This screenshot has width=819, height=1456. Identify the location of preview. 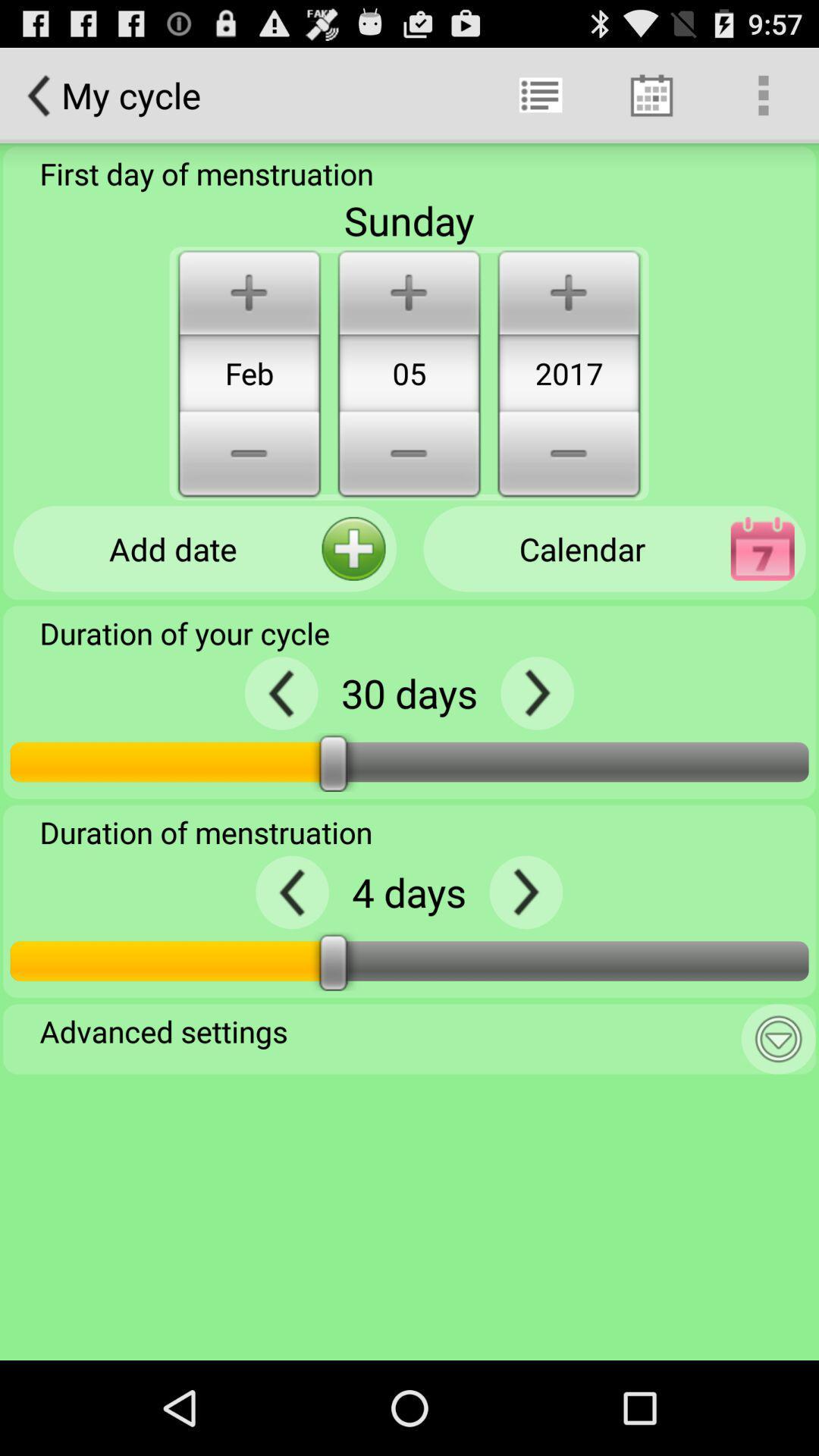
(281, 692).